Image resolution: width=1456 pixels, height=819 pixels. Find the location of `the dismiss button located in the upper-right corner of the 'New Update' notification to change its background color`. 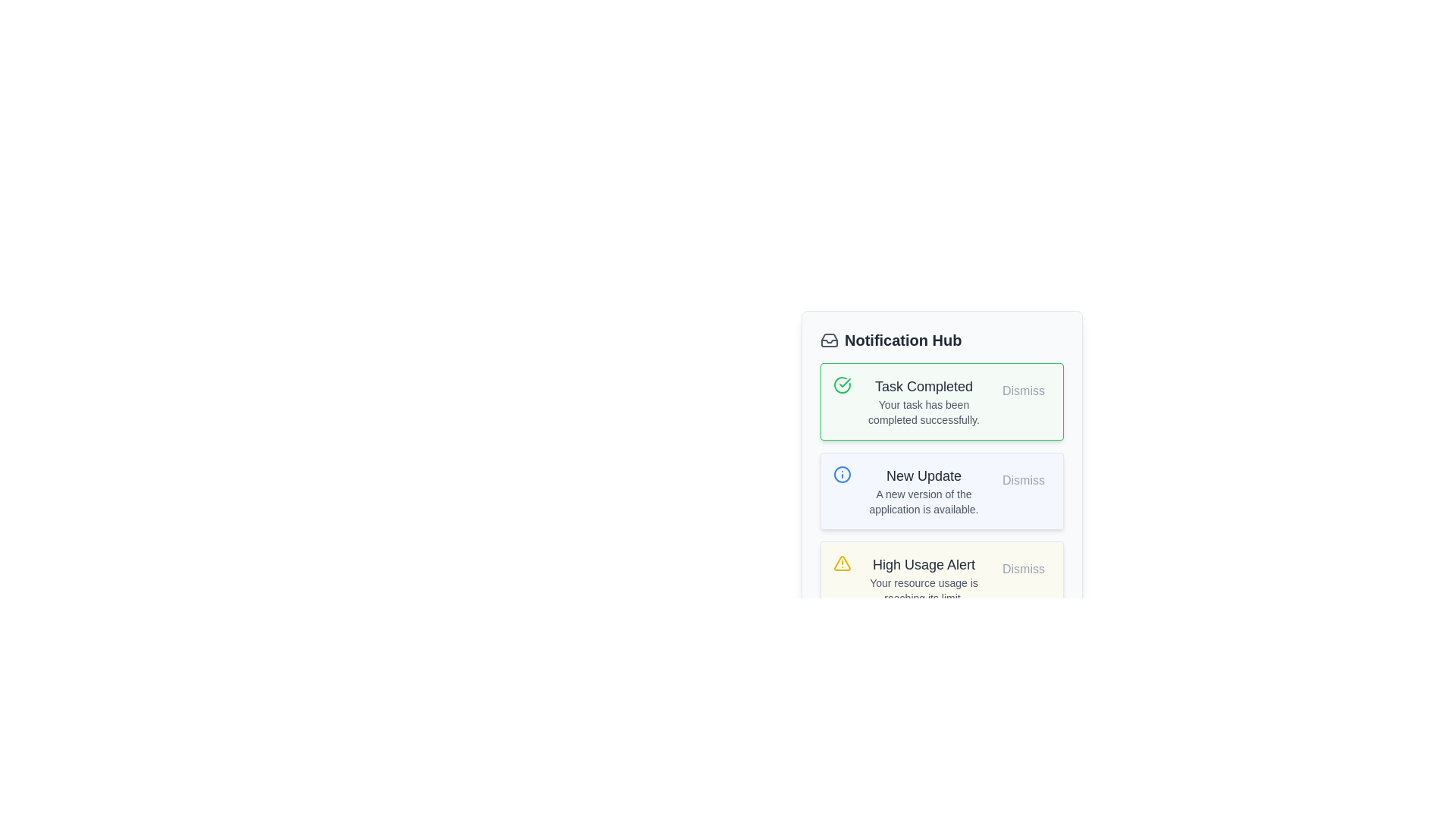

the dismiss button located in the upper-right corner of the 'New Update' notification to change its background color is located at coordinates (1023, 480).